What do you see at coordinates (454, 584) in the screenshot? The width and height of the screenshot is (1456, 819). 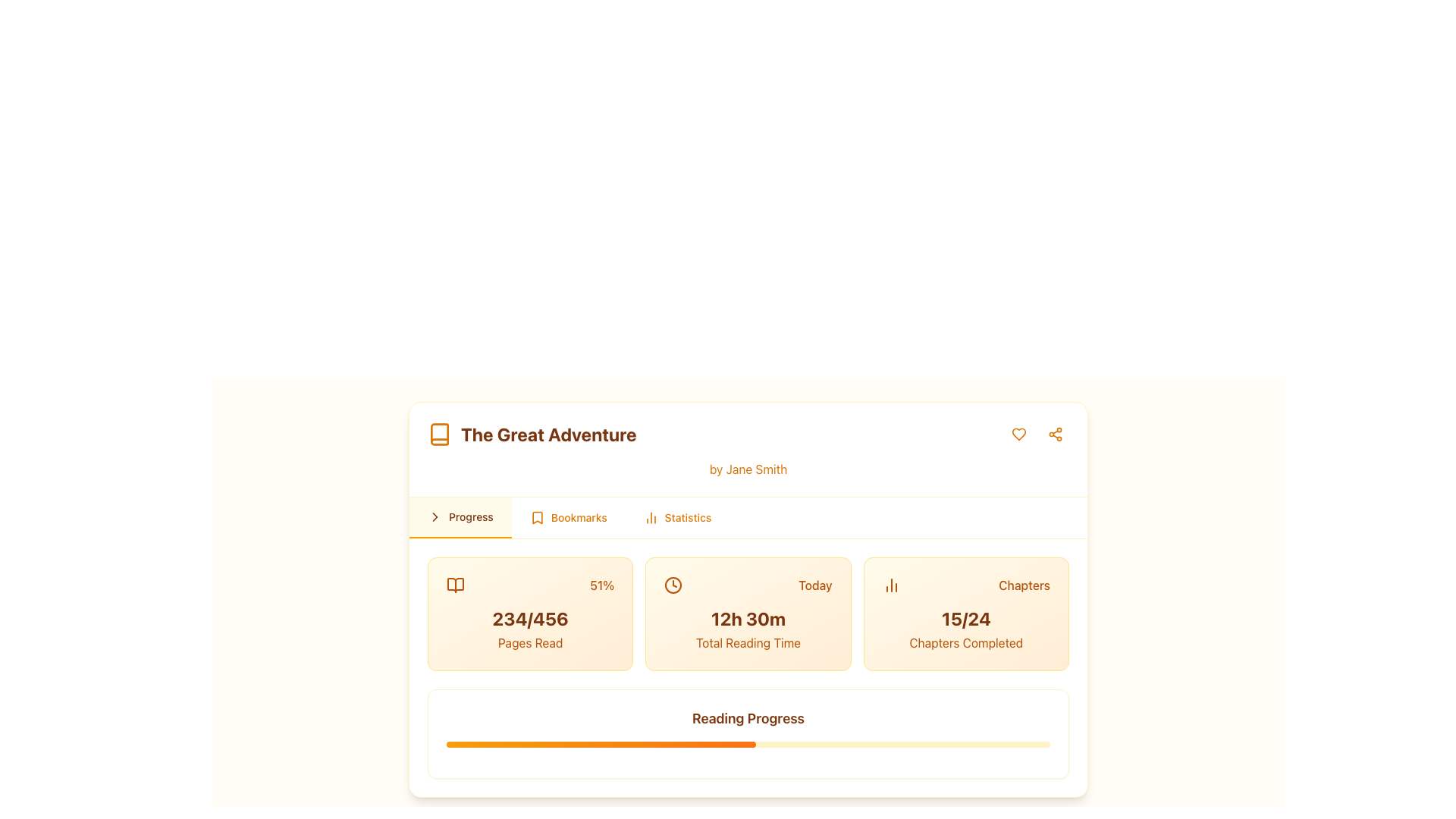 I see `the icon resembling an open book located in the top-left corner under 'Progress,' adjacent to '51%' and above '234/456 Pages Read.'` at bounding box center [454, 584].